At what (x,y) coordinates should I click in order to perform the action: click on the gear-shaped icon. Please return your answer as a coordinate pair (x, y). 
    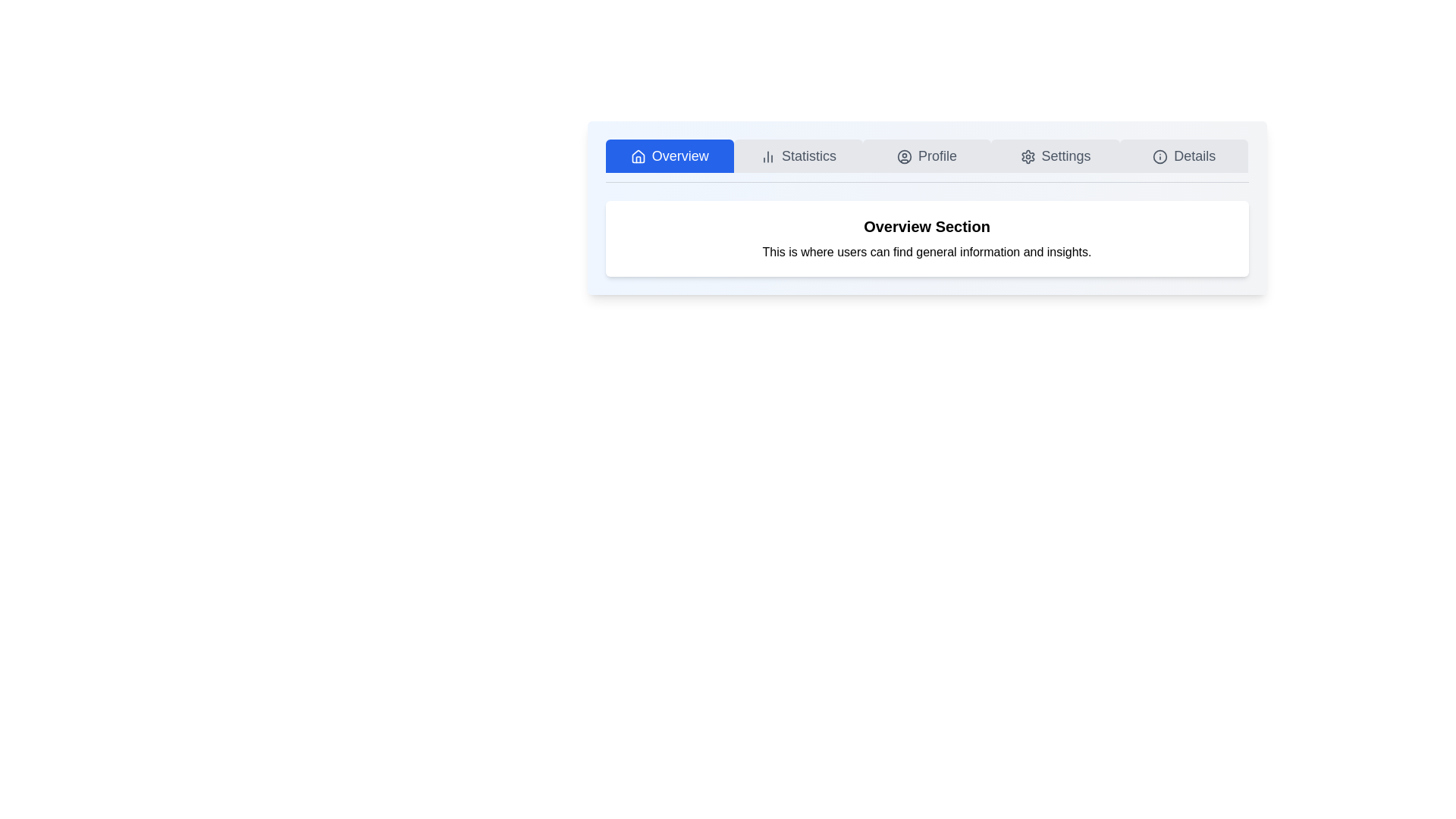
    Looking at the image, I should click on (1028, 157).